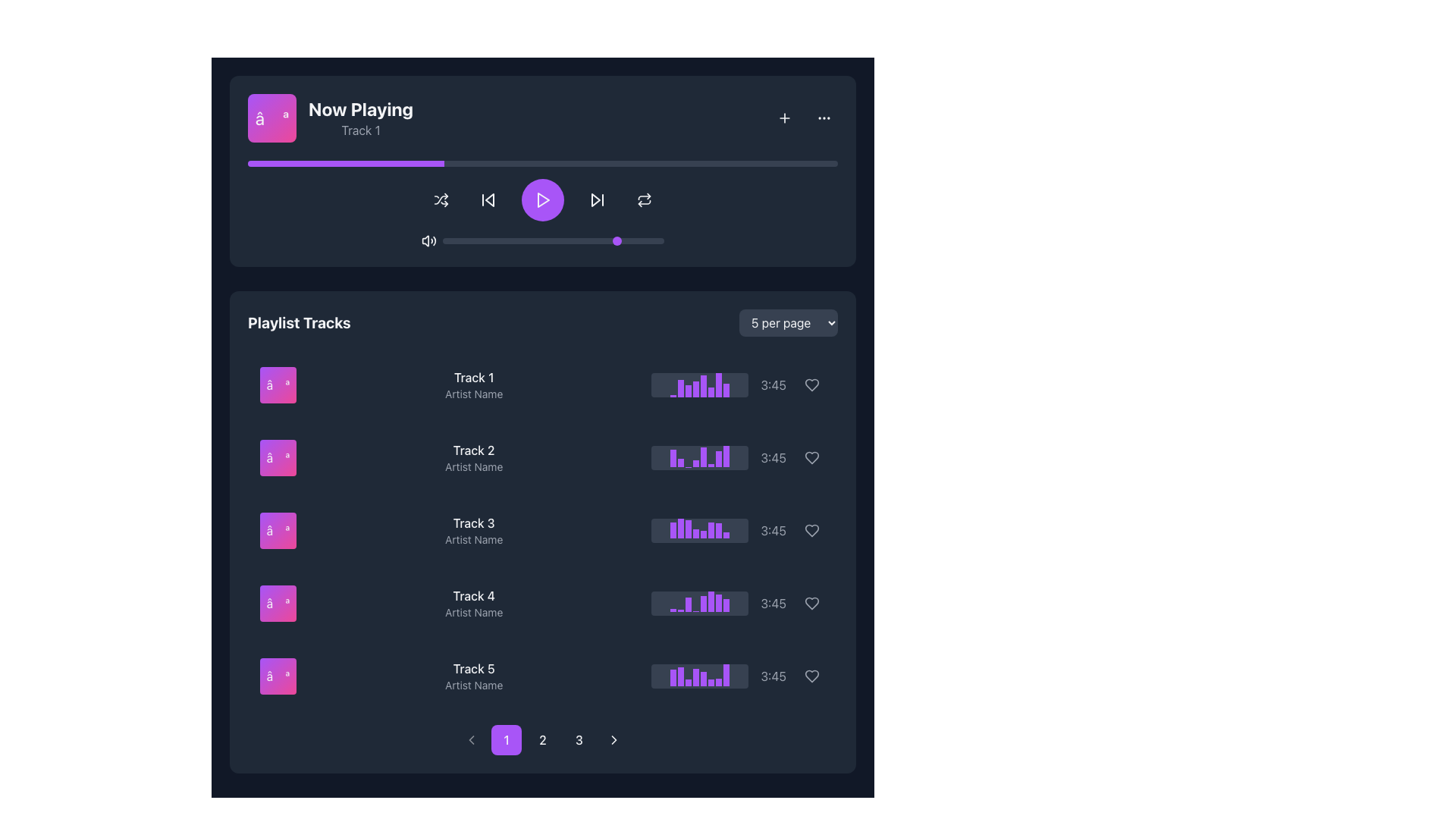 The image size is (1456, 819). What do you see at coordinates (542, 205) in the screenshot?
I see `the central playback button located at the center of the horizontal control bar to play or pause media` at bounding box center [542, 205].